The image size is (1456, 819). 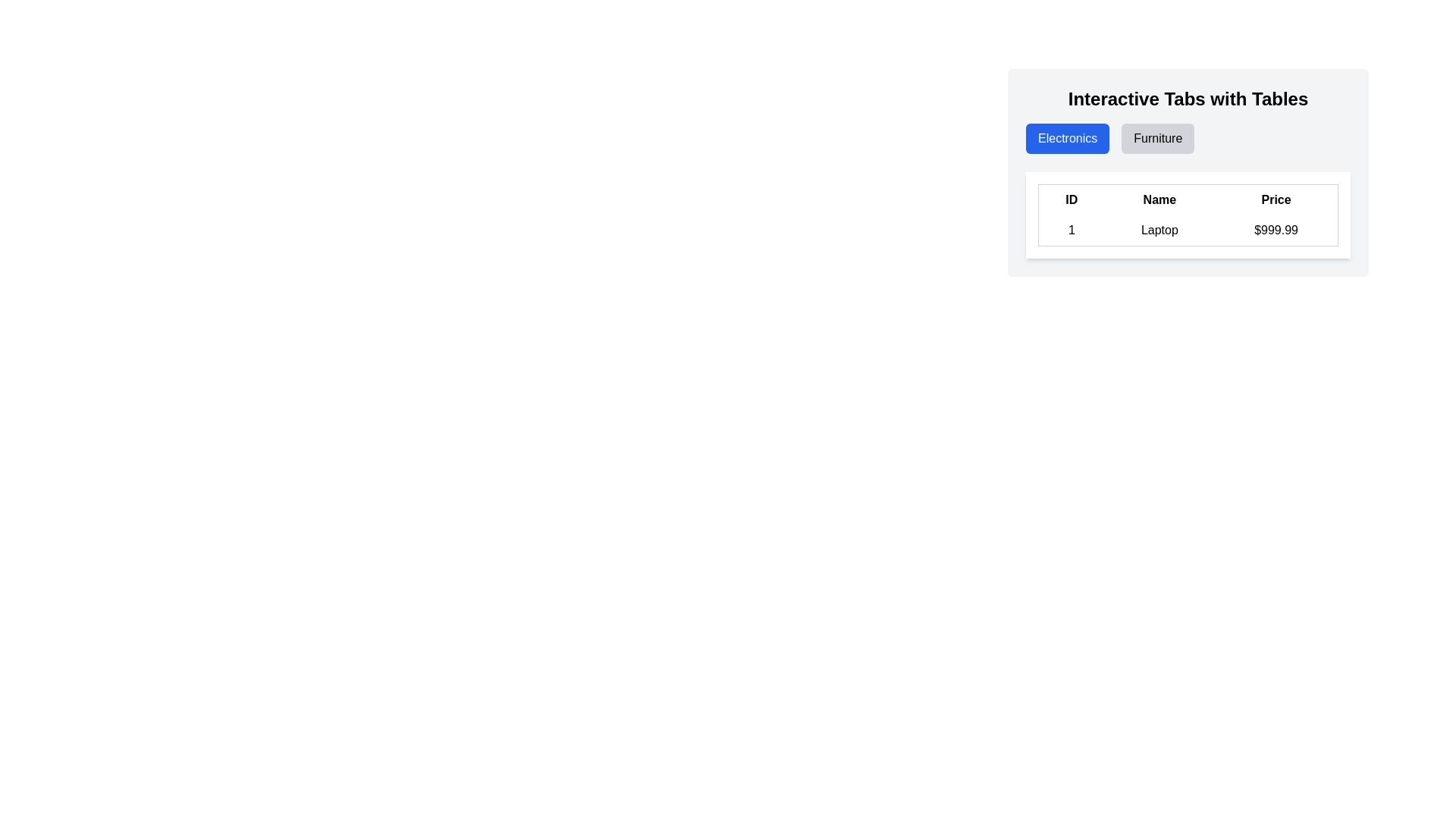 I want to click on the text label displaying 'ID', which is the first column header in a table layout, aligned at the top-left of the table, so click(x=1071, y=199).